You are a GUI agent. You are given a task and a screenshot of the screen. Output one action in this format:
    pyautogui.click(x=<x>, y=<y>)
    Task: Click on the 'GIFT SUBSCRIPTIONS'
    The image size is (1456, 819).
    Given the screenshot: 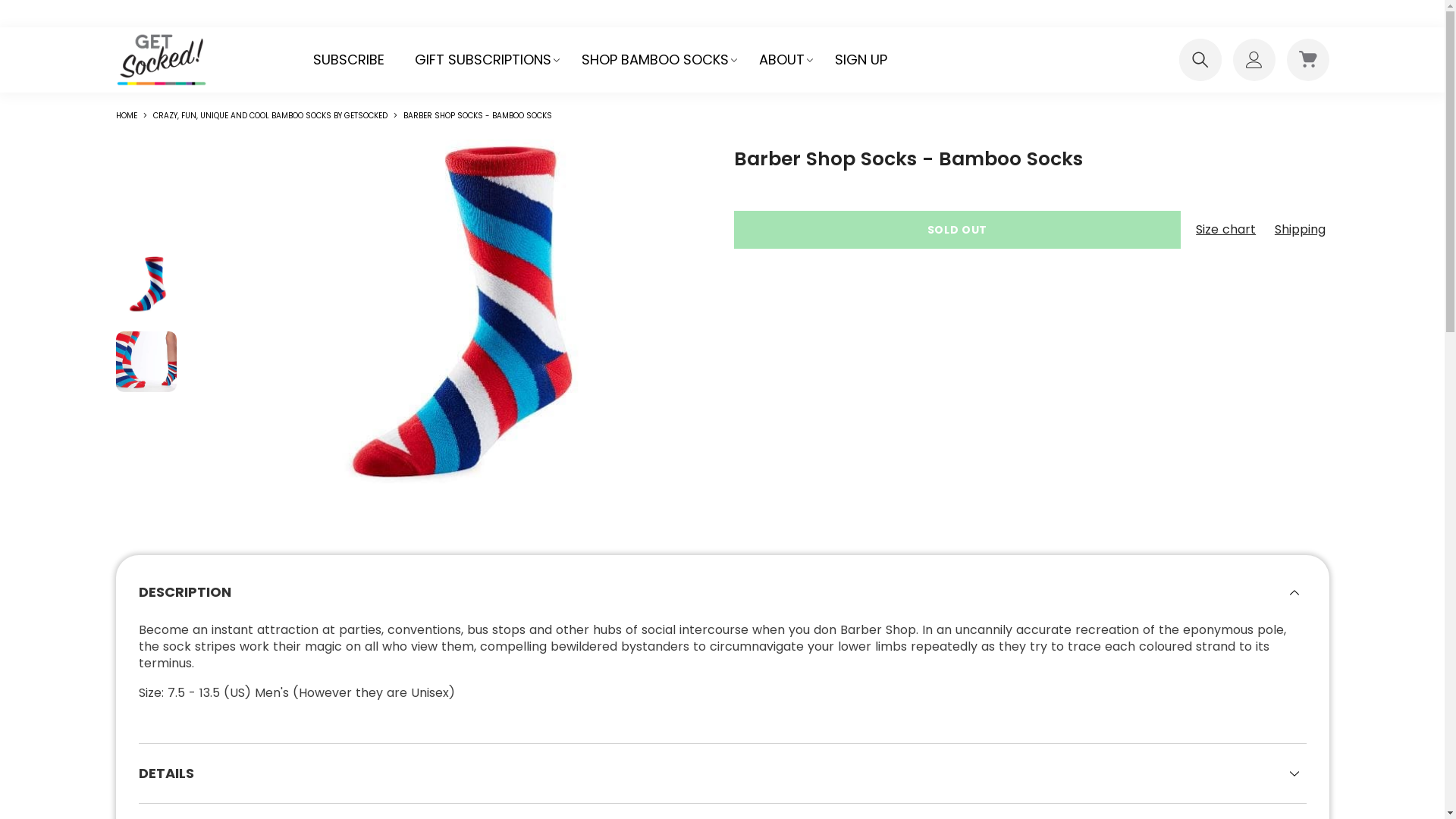 What is the action you would take?
    pyautogui.click(x=481, y=58)
    